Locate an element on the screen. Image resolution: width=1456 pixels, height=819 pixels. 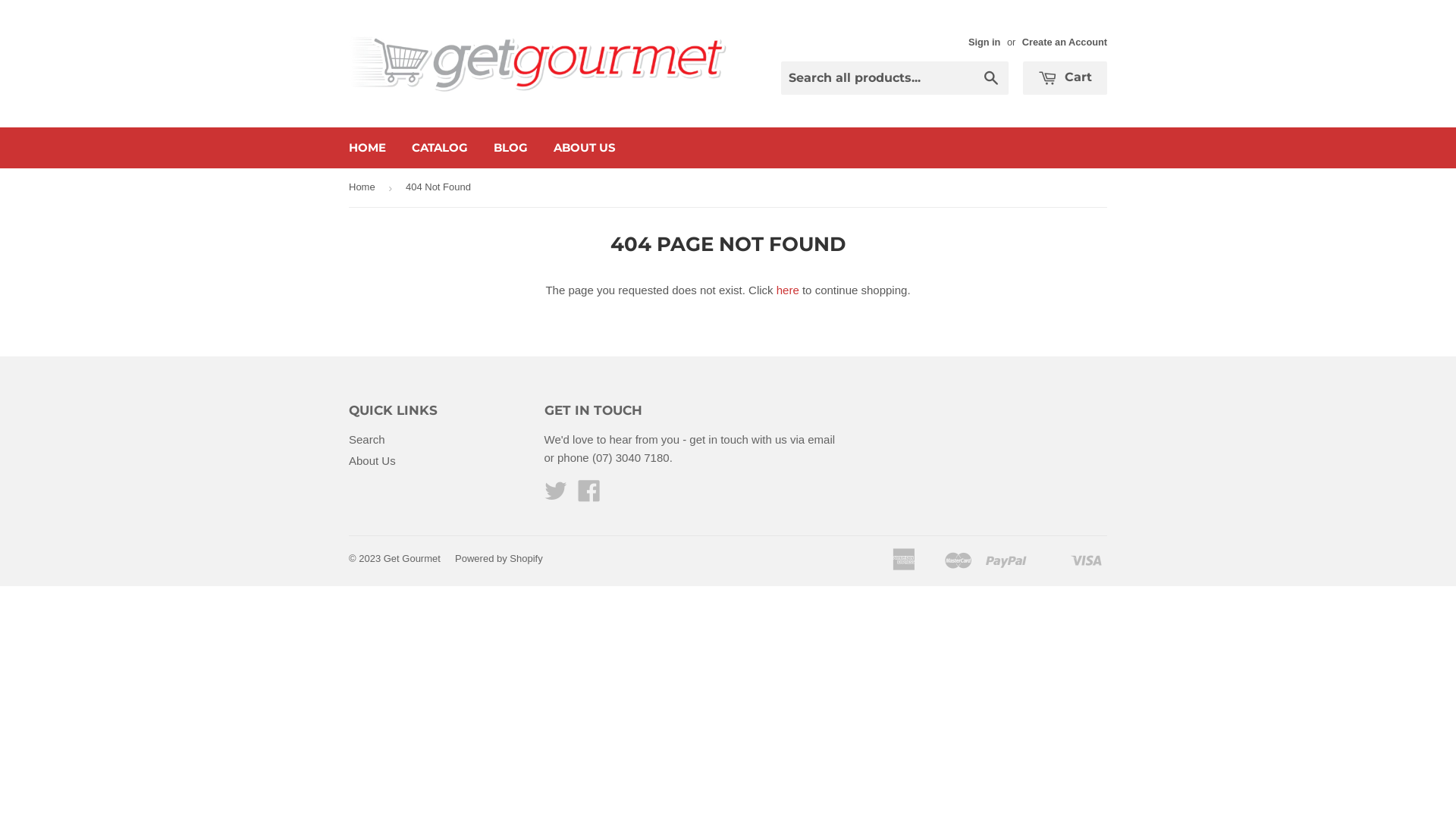
'About Us' is located at coordinates (372, 460).